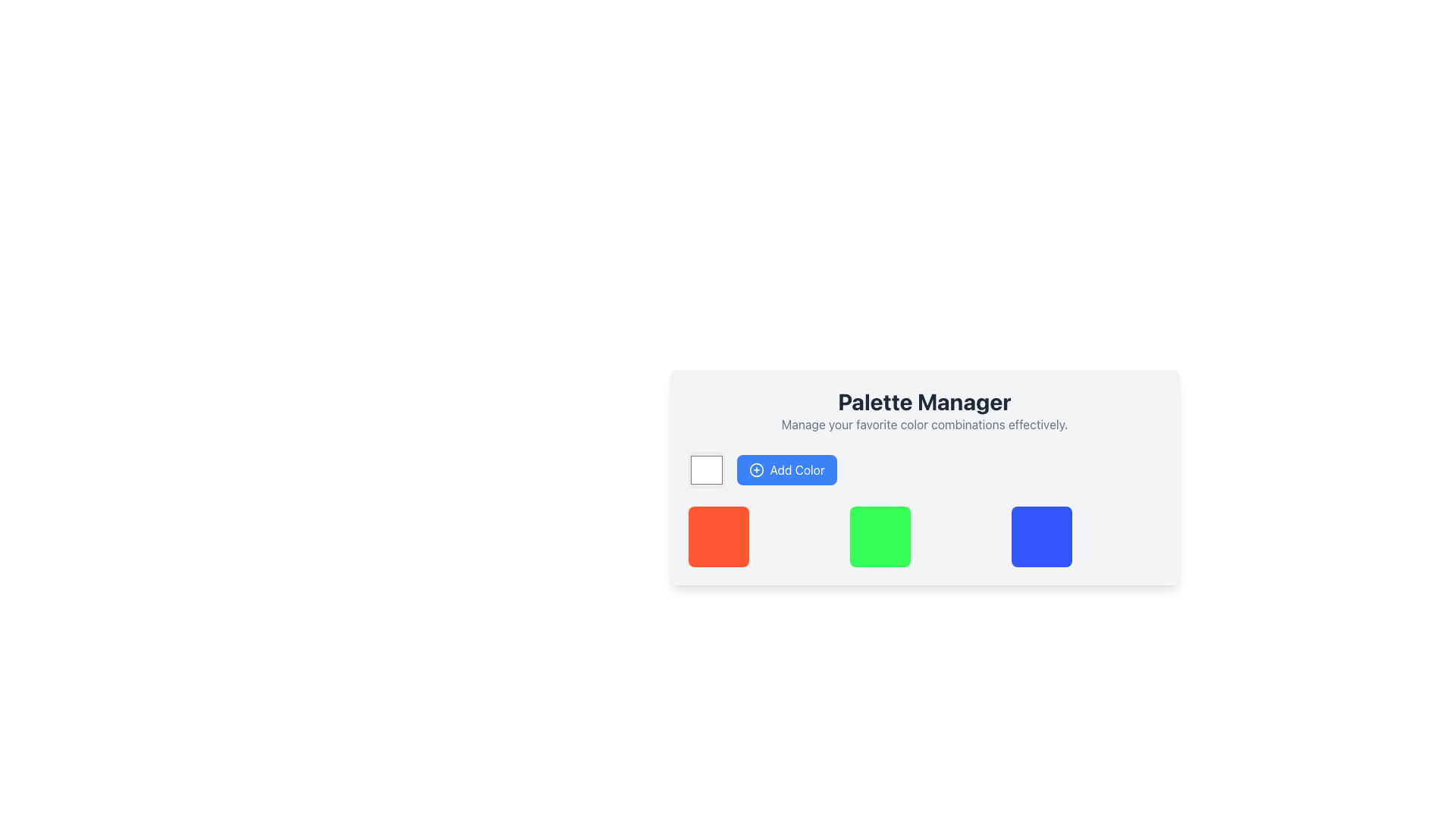 The image size is (1456, 819). I want to click on the introductory text header and description block for the 'Palette Manager' feature, which is positioned at the upper center of a card with a white background and rounded corners, so click(924, 411).